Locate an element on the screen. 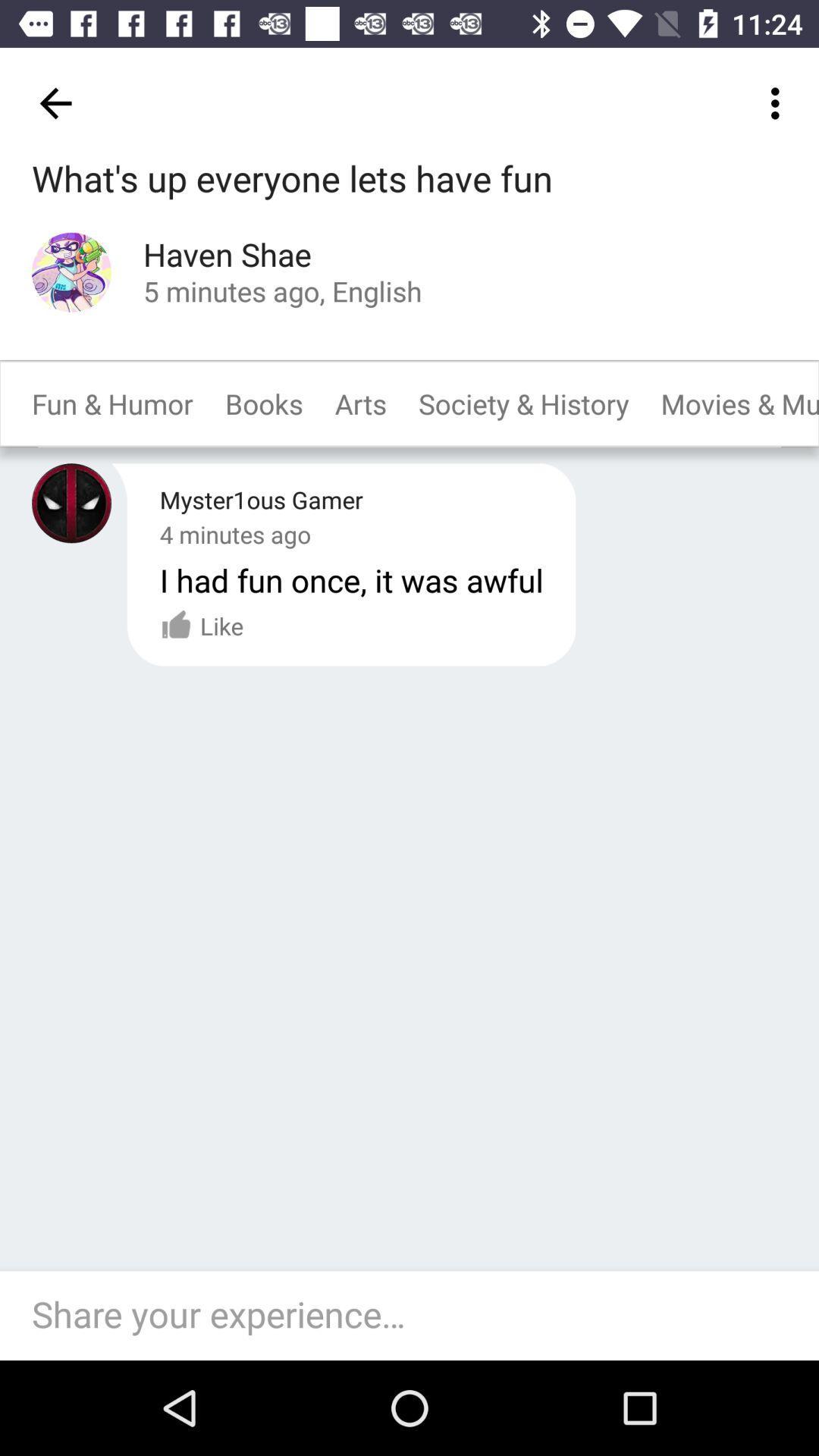 Image resolution: width=819 pixels, height=1456 pixels. the i had fun at the center is located at coordinates (351, 579).